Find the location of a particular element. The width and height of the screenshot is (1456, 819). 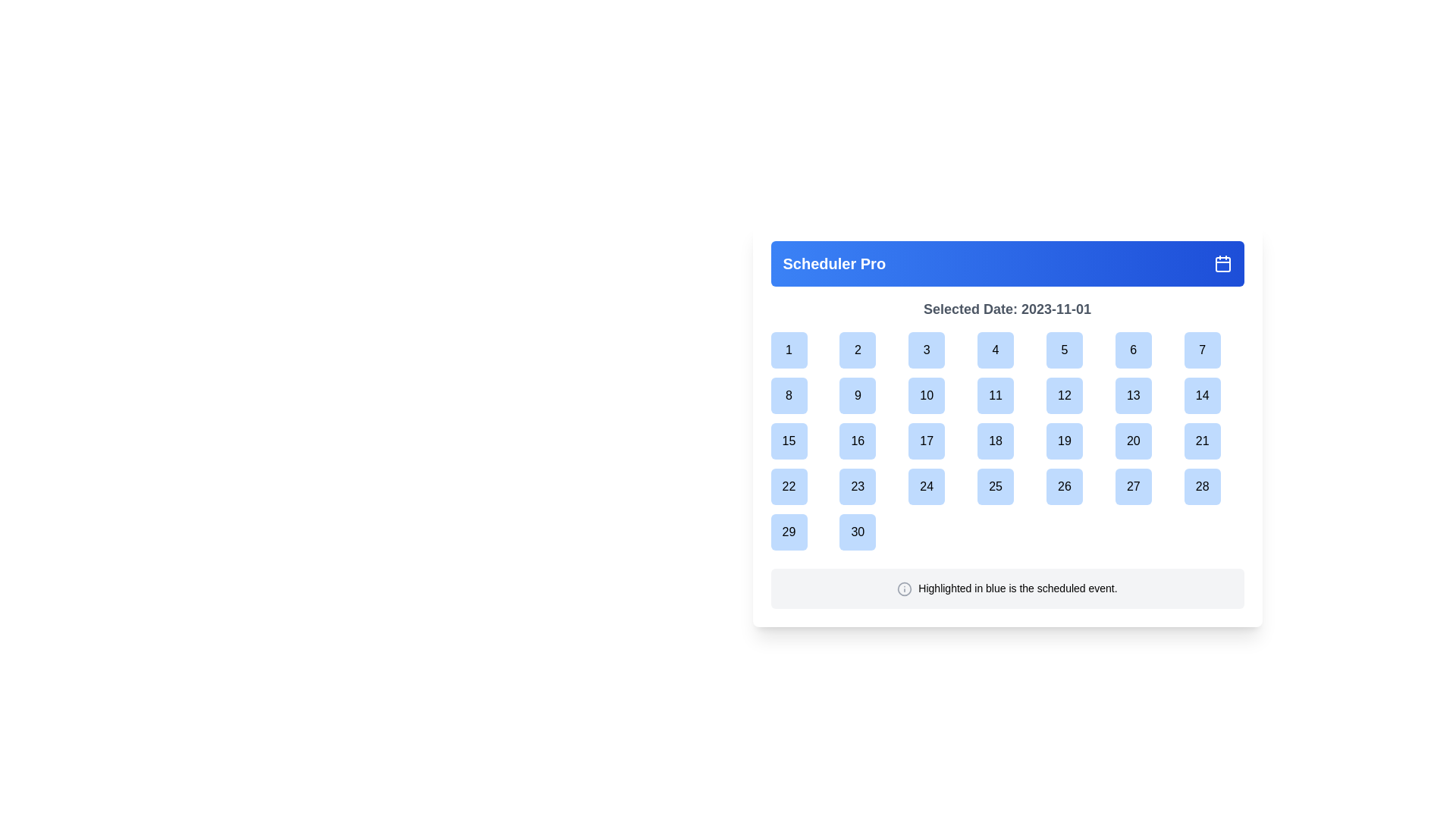

the button representing the 27th day of the month in the calendar is located at coordinates (1145, 486).